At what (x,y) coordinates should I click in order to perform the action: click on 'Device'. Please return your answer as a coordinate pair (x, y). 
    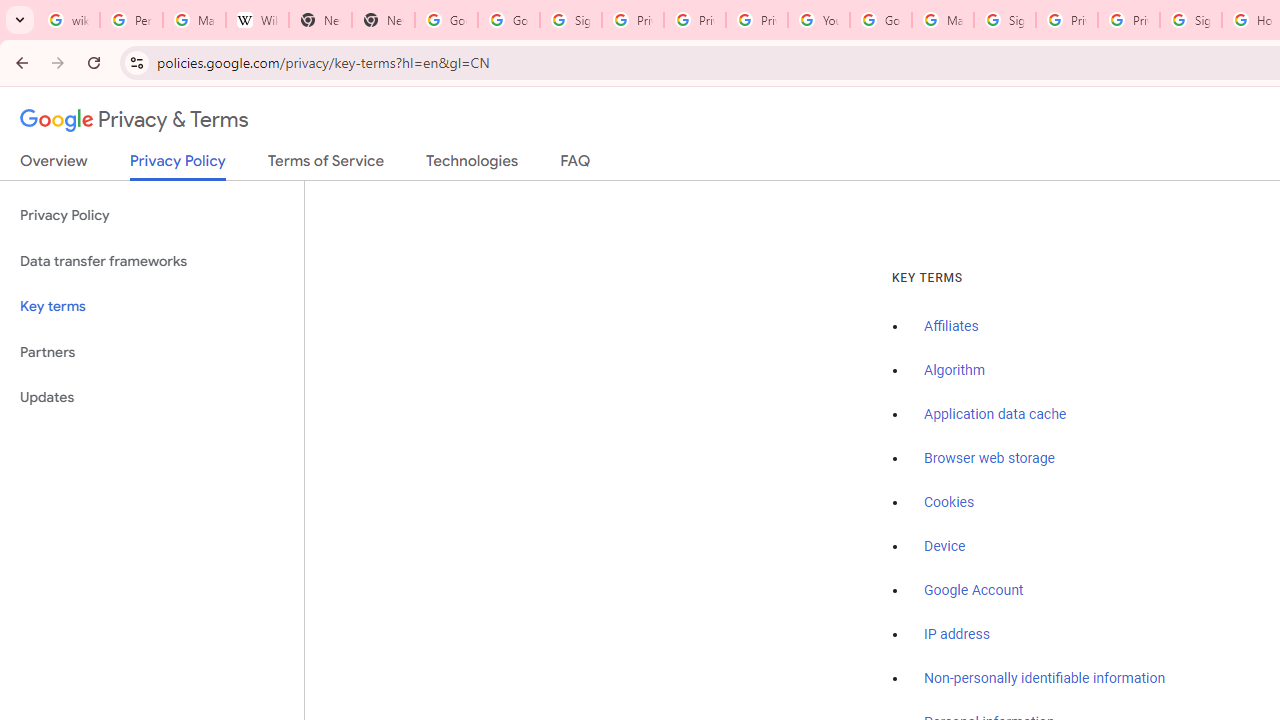
    Looking at the image, I should click on (944, 546).